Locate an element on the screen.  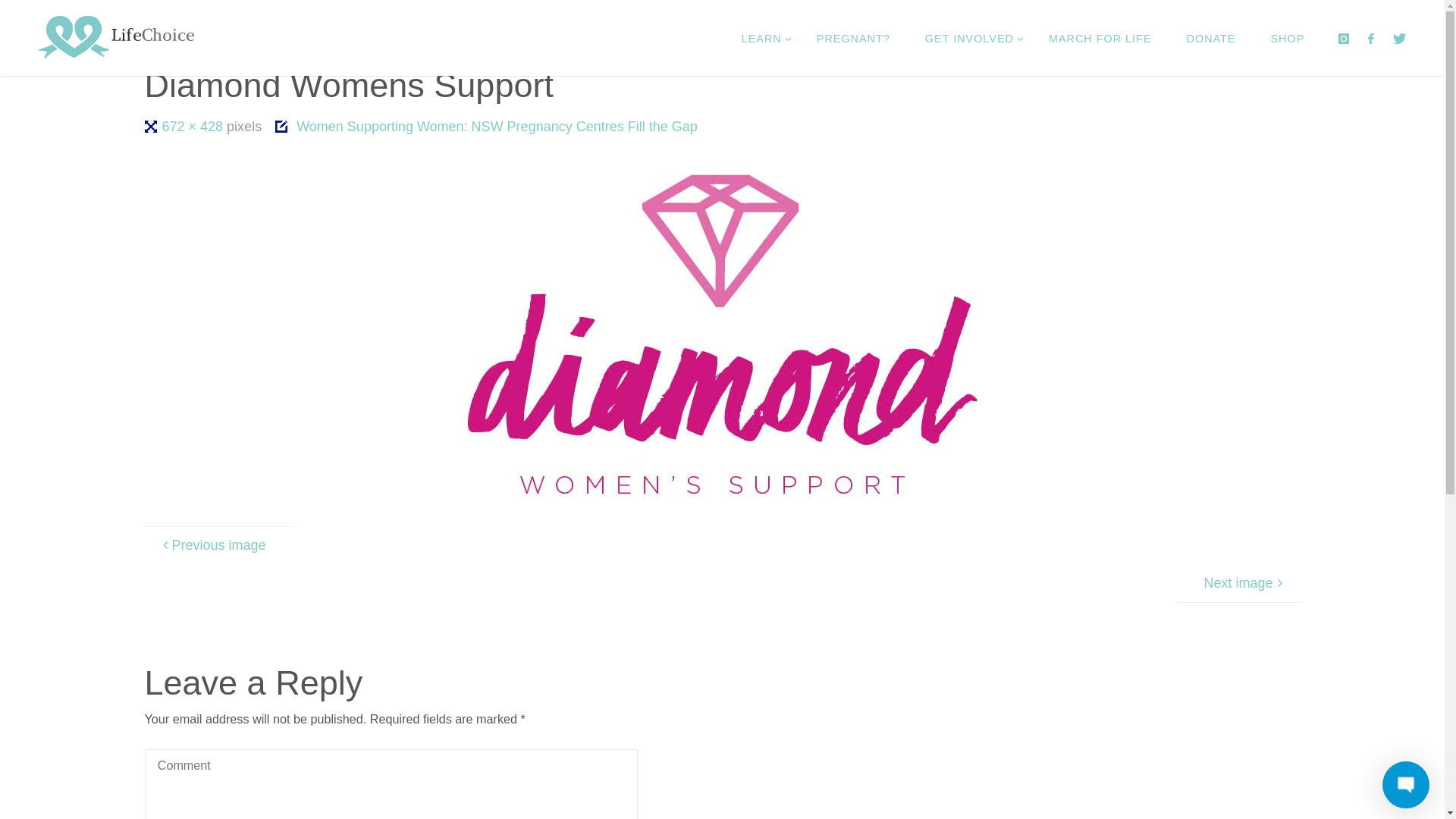
'MARCH FOR LIFE' is located at coordinates (1100, 37).